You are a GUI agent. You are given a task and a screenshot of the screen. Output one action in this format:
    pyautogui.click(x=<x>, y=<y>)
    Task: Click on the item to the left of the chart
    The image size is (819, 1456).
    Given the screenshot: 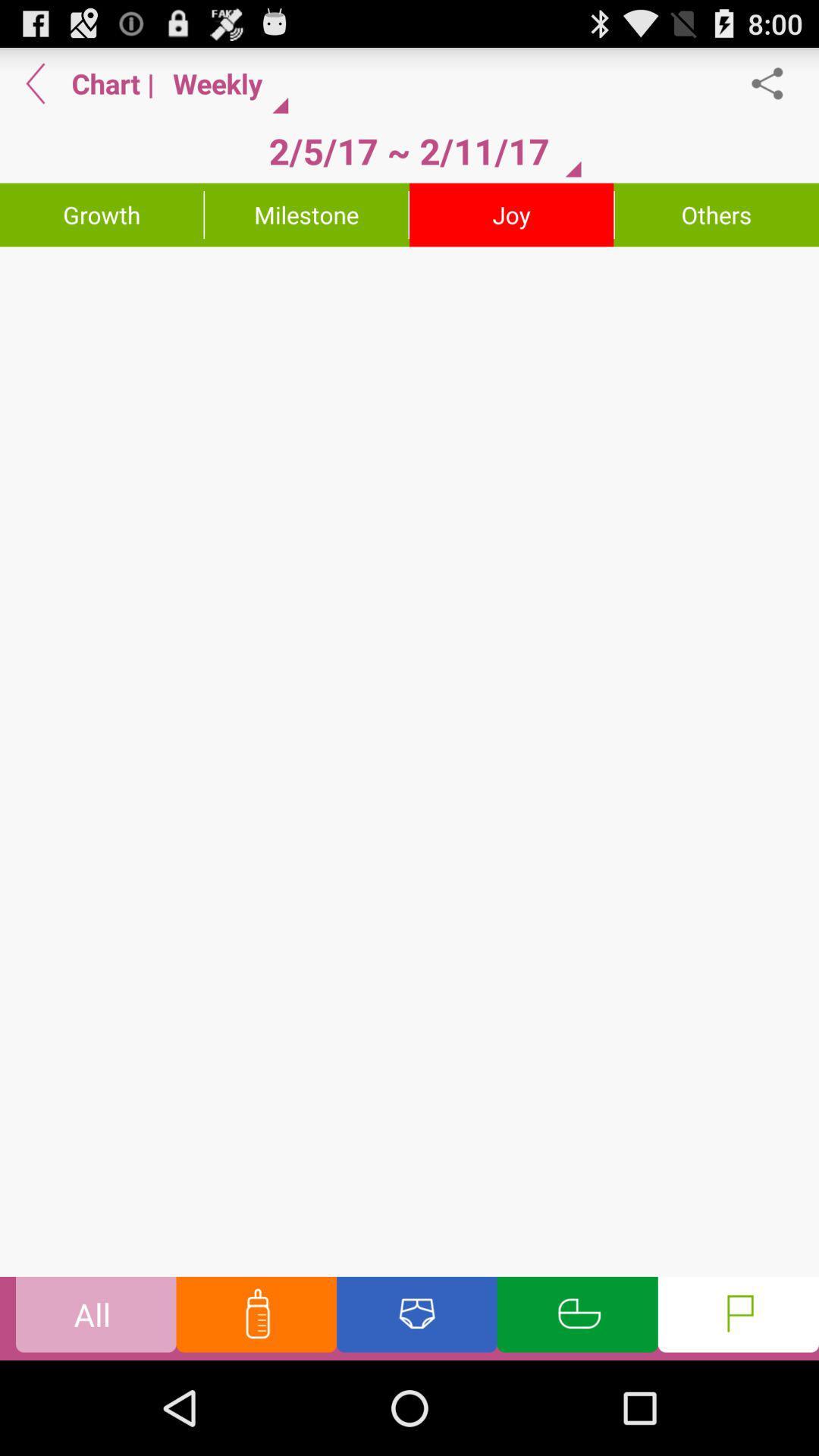 What is the action you would take?
    pyautogui.click(x=35, y=83)
    